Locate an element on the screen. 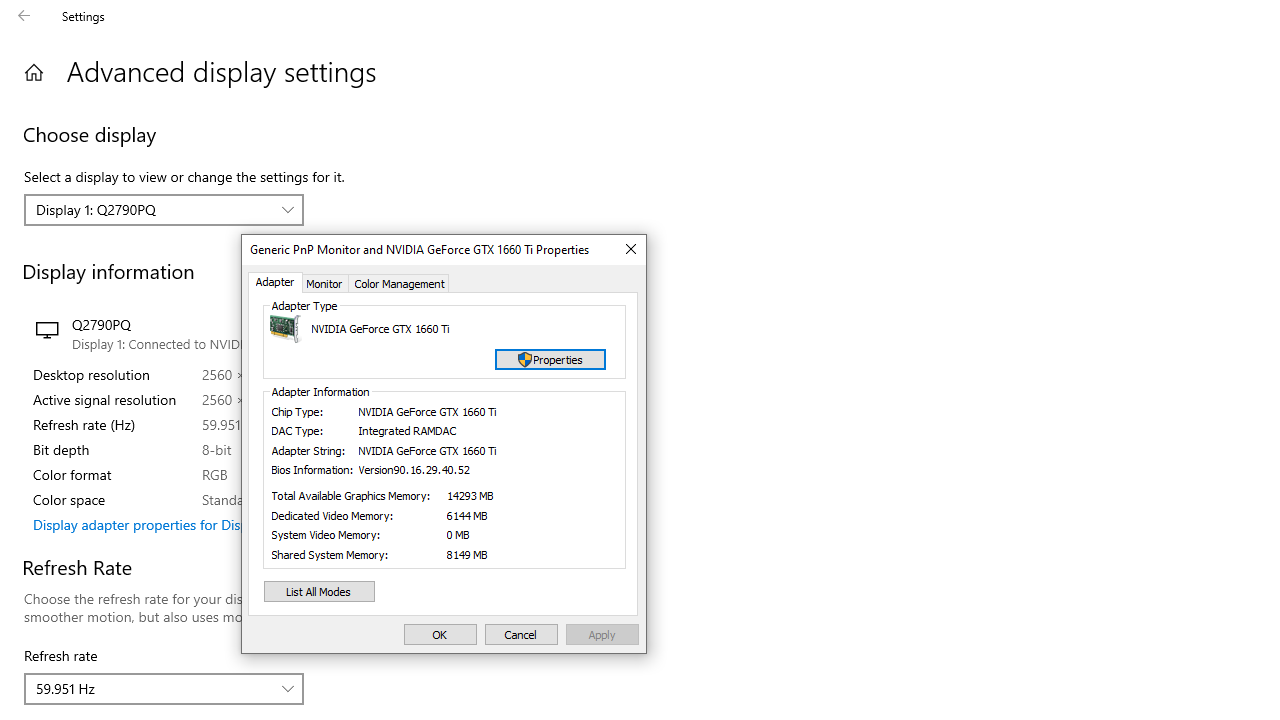 The image size is (1280, 720). 'Apply' is located at coordinates (601, 634).